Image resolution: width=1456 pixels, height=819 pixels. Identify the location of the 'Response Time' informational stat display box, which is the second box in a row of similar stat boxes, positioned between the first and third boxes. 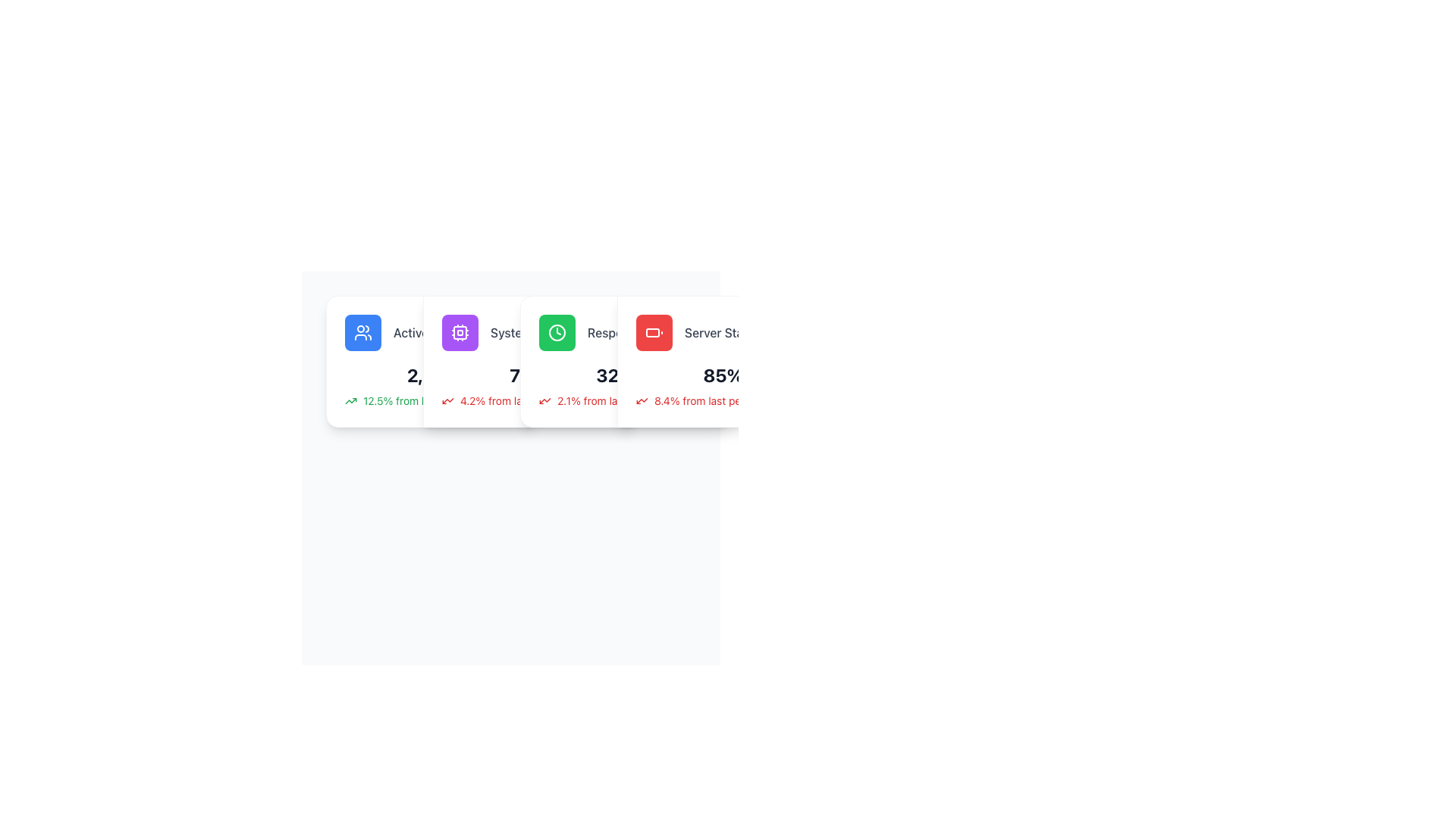
(626, 332).